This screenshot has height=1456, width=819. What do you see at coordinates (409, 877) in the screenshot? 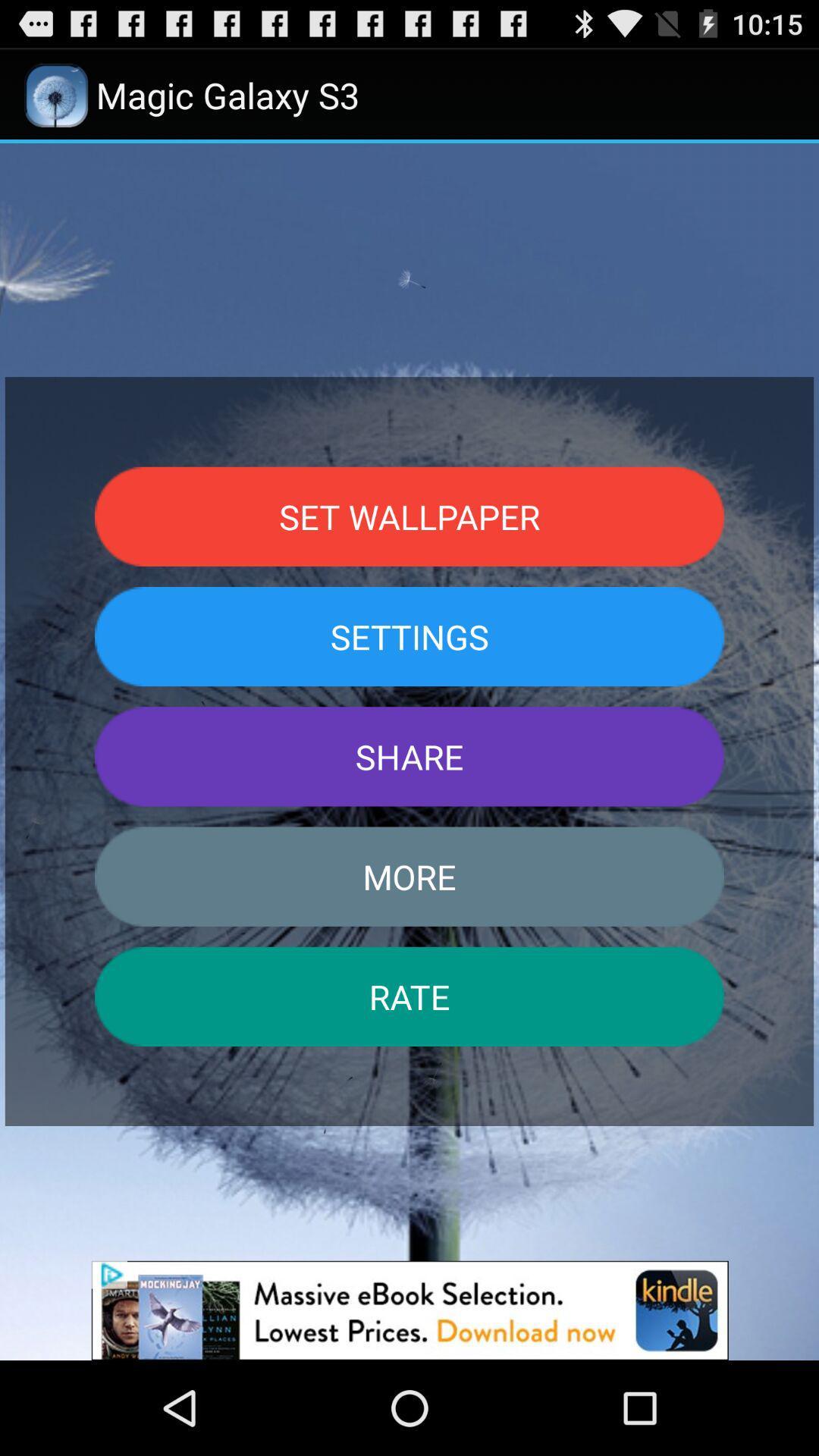
I see `item above rate item` at bounding box center [409, 877].